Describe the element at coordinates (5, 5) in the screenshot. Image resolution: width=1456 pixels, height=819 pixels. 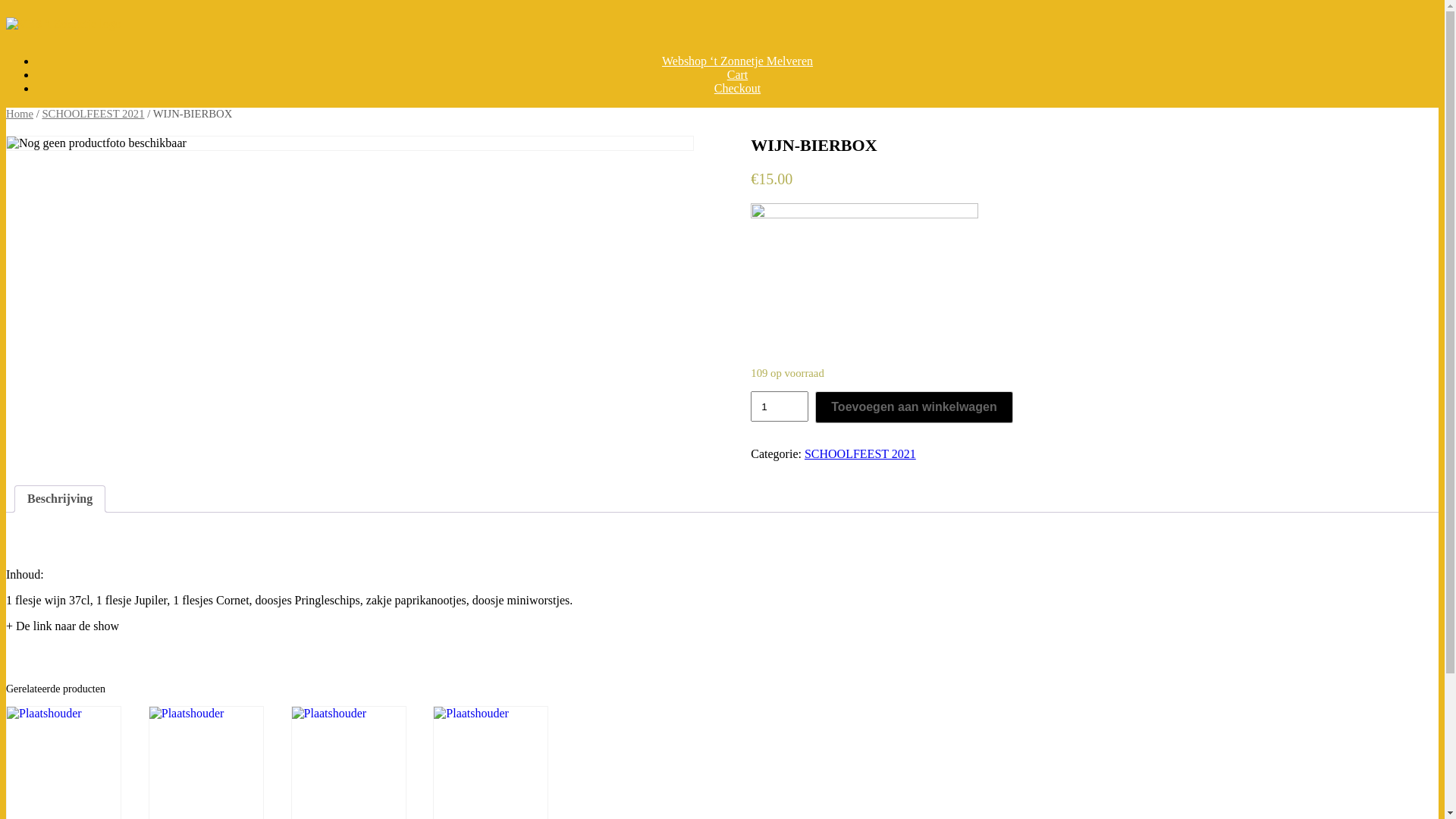
I see `'Spring naar inhoud'` at that location.